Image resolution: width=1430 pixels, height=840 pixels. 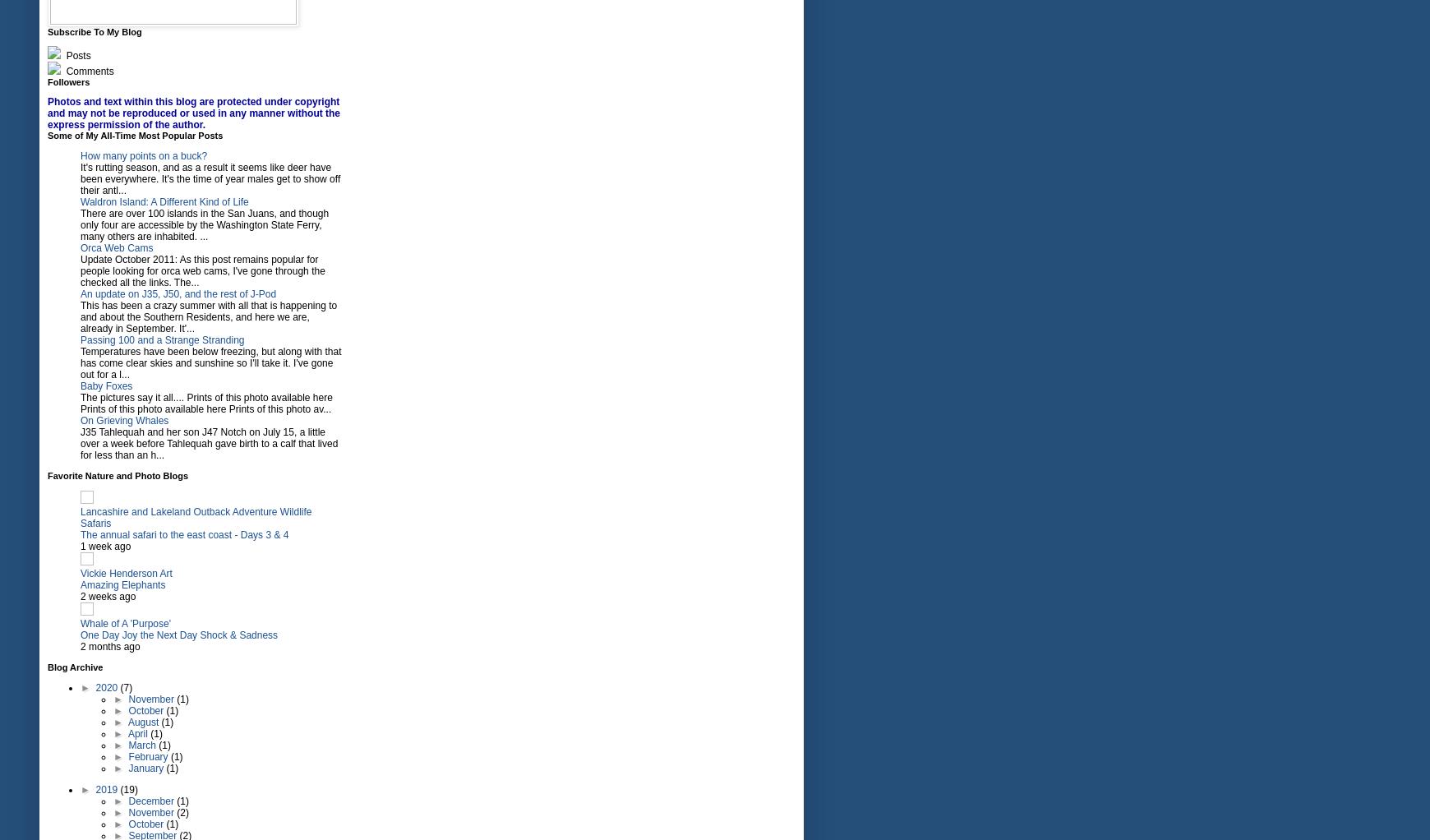 What do you see at coordinates (151, 800) in the screenshot?
I see `'December'` at bounding box center [151, 800].